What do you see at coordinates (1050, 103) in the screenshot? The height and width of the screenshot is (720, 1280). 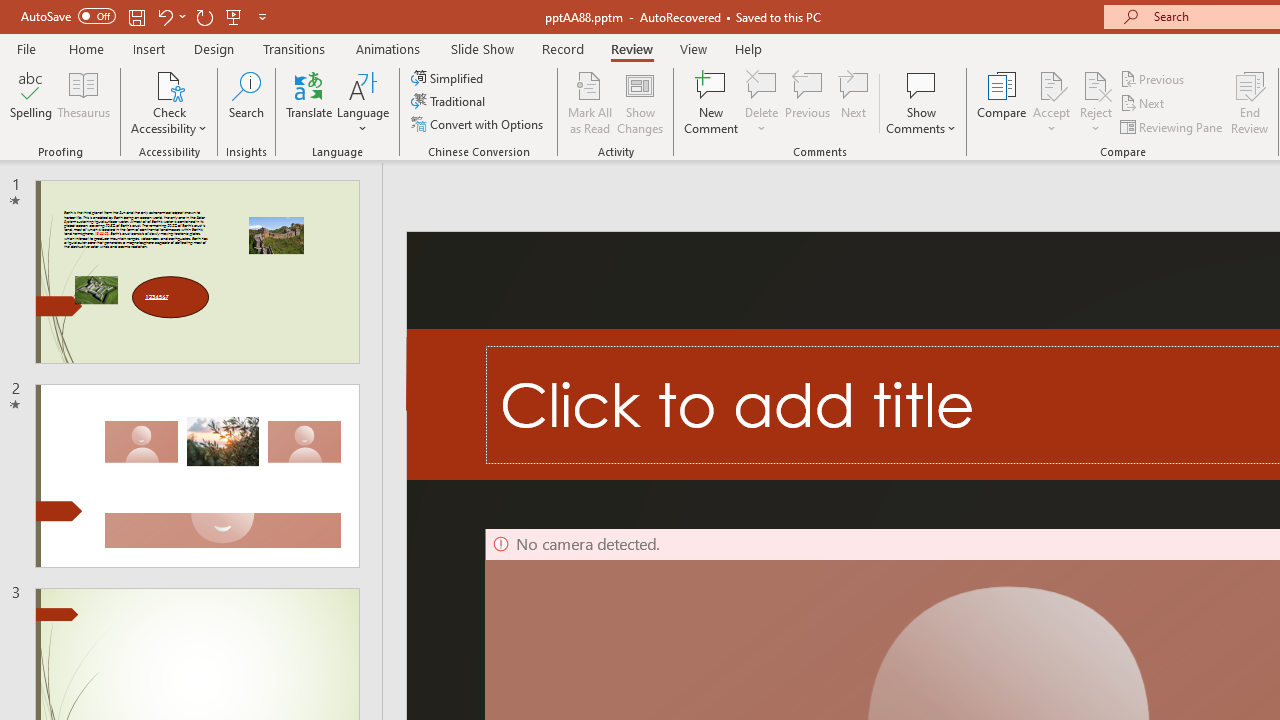 I see `'Accept'` at bounding box center [1050, 103].